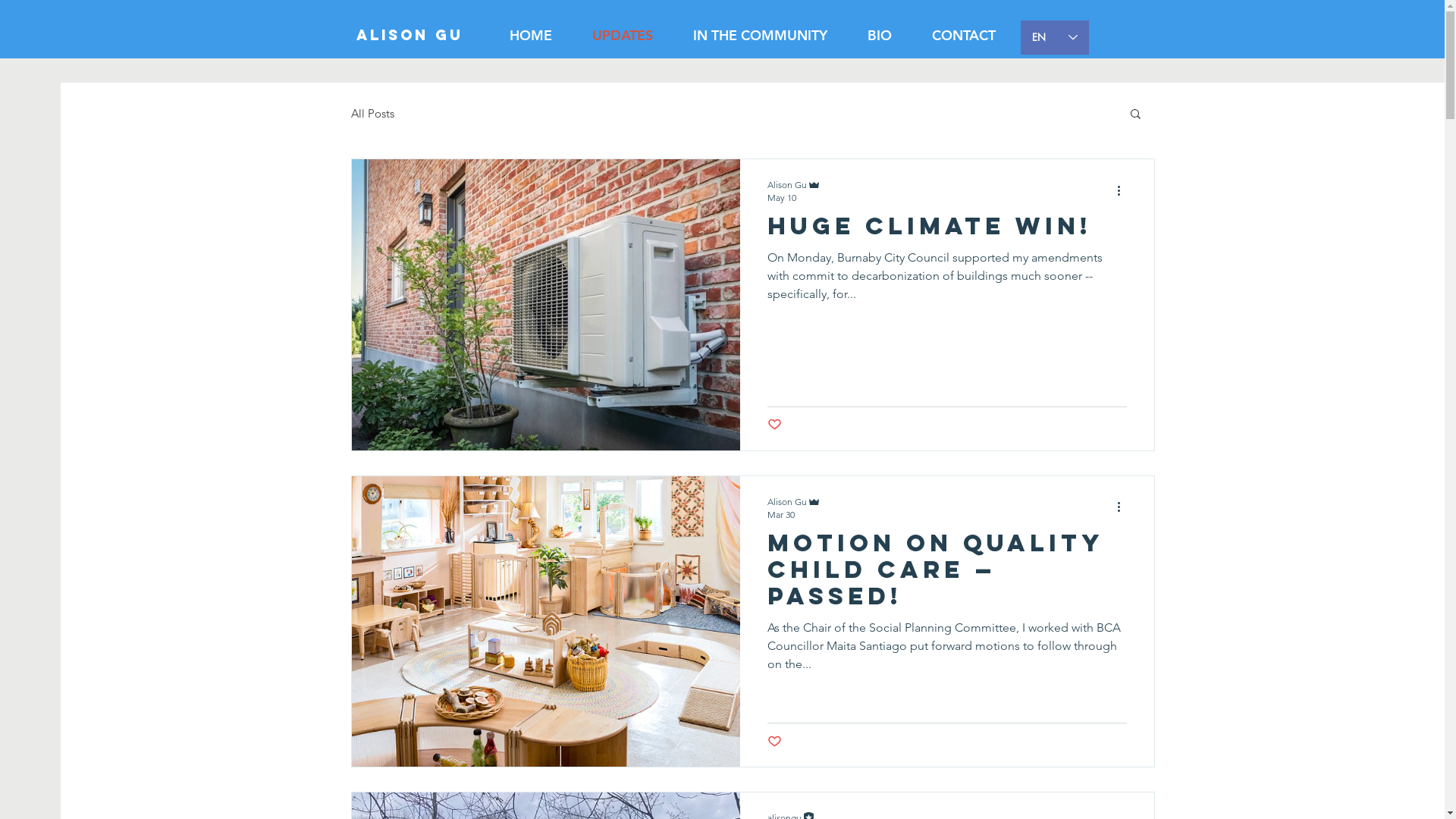 This screenshot has width=1456, height=819. What do you see at coordinates (962, 34) in the screenshot?
I see `'CONTACT'` at bounding box center [962, 34].